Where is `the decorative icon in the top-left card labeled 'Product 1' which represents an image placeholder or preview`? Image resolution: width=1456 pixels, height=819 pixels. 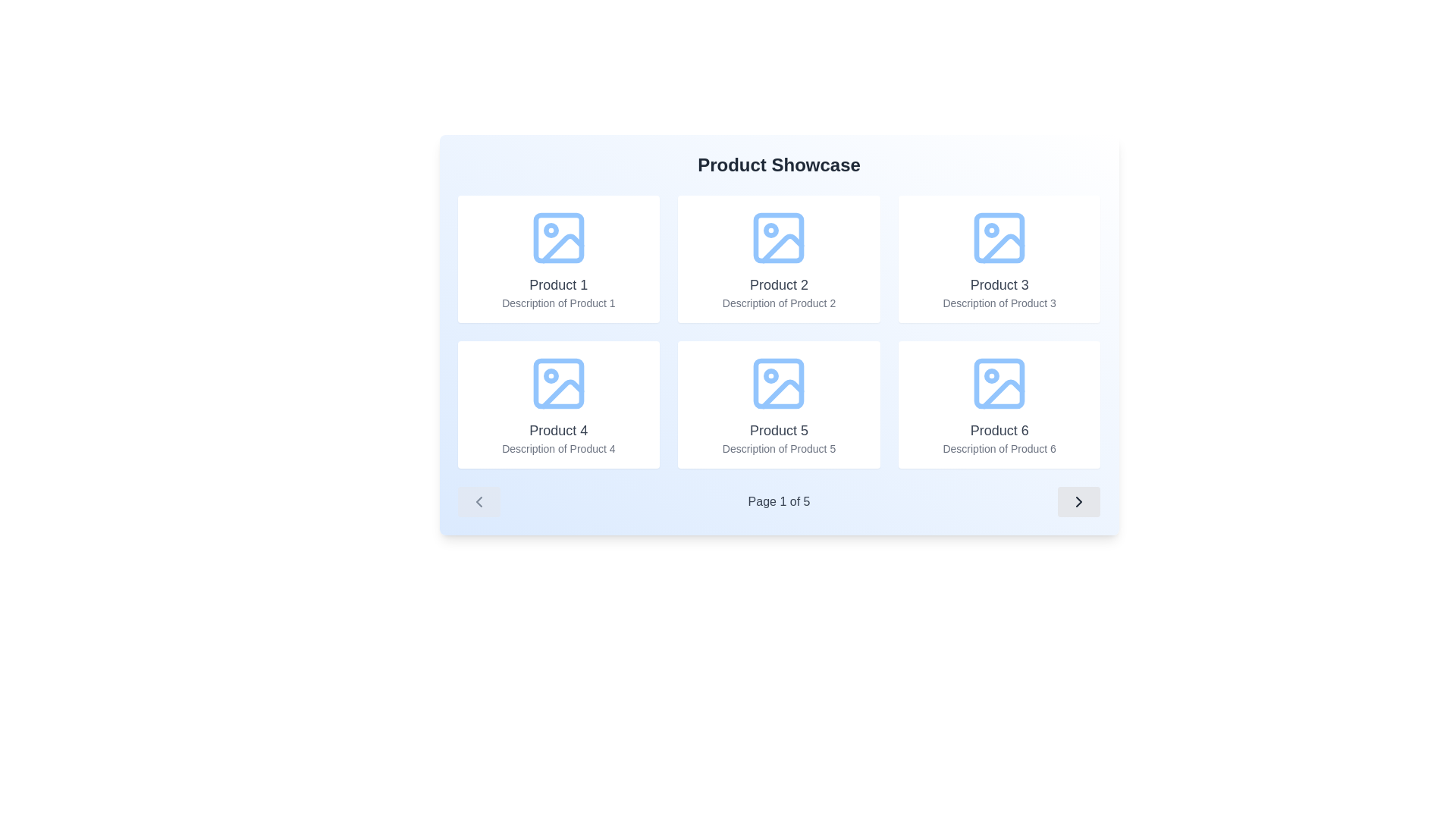
the decorative icon in the top-left card labeled 'Product 1' which represents an image placeholder or preview is located at coordinates (557, 237).